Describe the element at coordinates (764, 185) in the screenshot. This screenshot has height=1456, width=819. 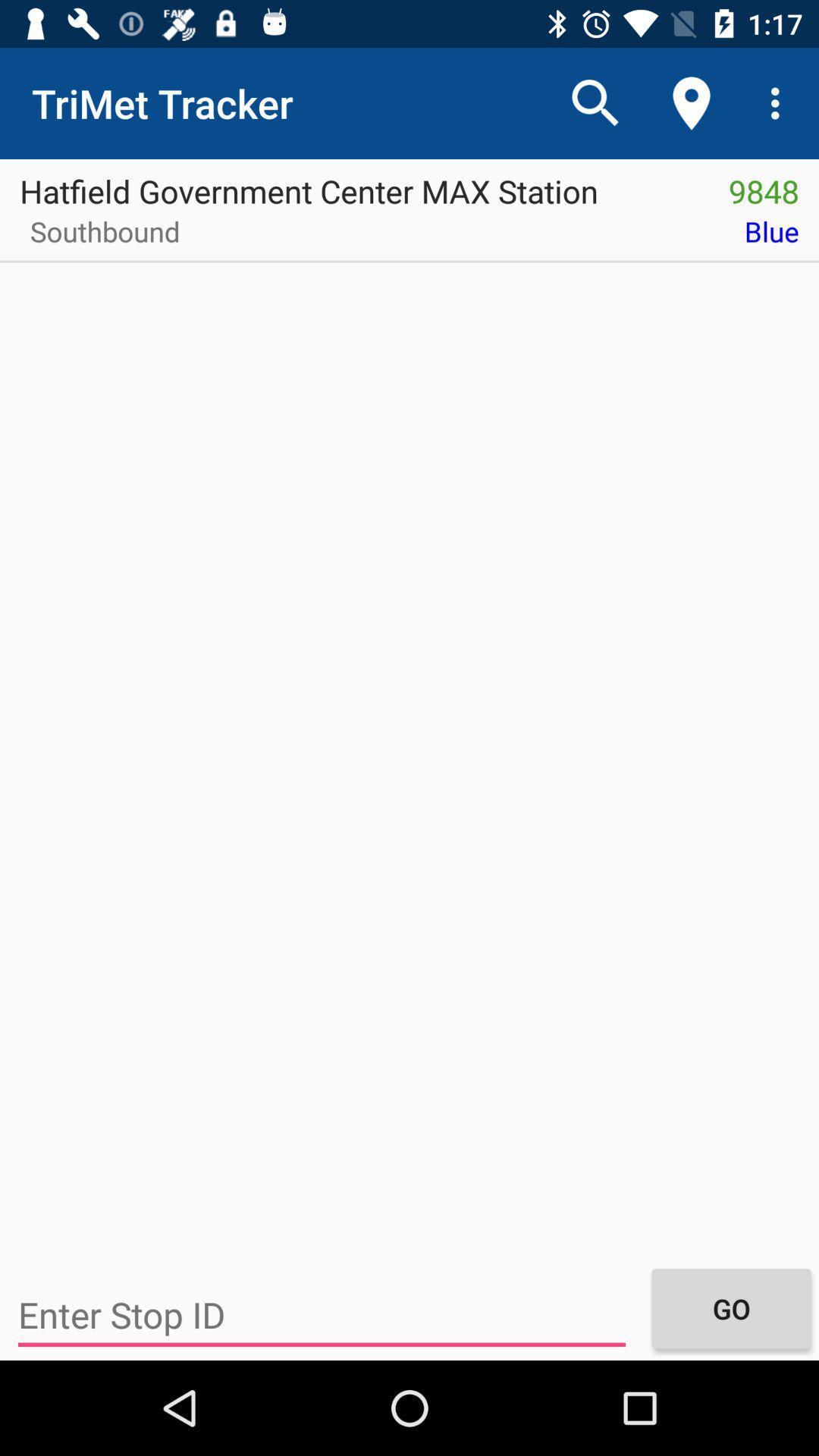
I see `icon to the right of hatfield government center icon` at that location.